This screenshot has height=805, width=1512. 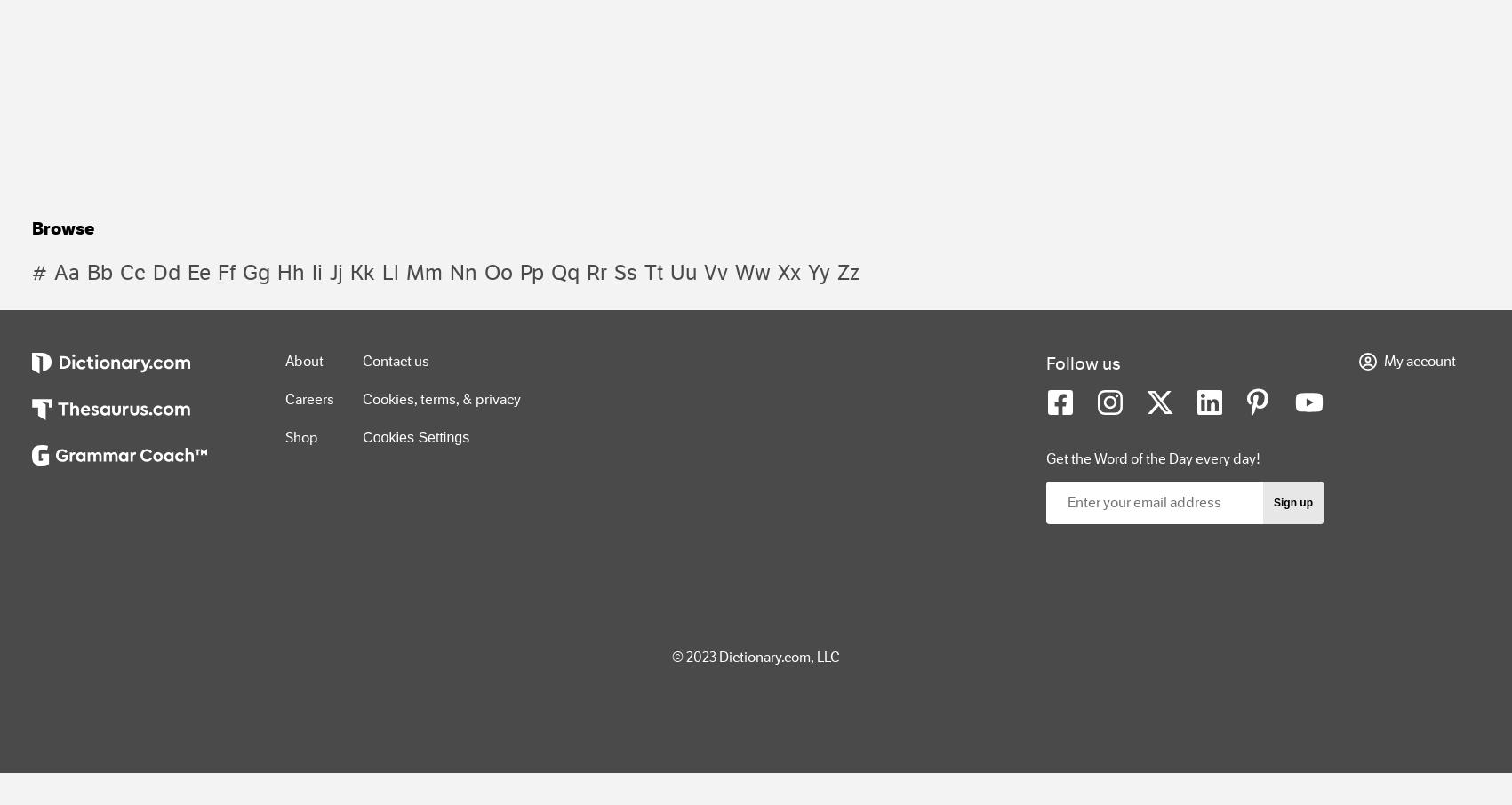 What do you see at coordinates (450, 270) in the screenshot?
I see `'nn'` at bounding box center [450, 270].